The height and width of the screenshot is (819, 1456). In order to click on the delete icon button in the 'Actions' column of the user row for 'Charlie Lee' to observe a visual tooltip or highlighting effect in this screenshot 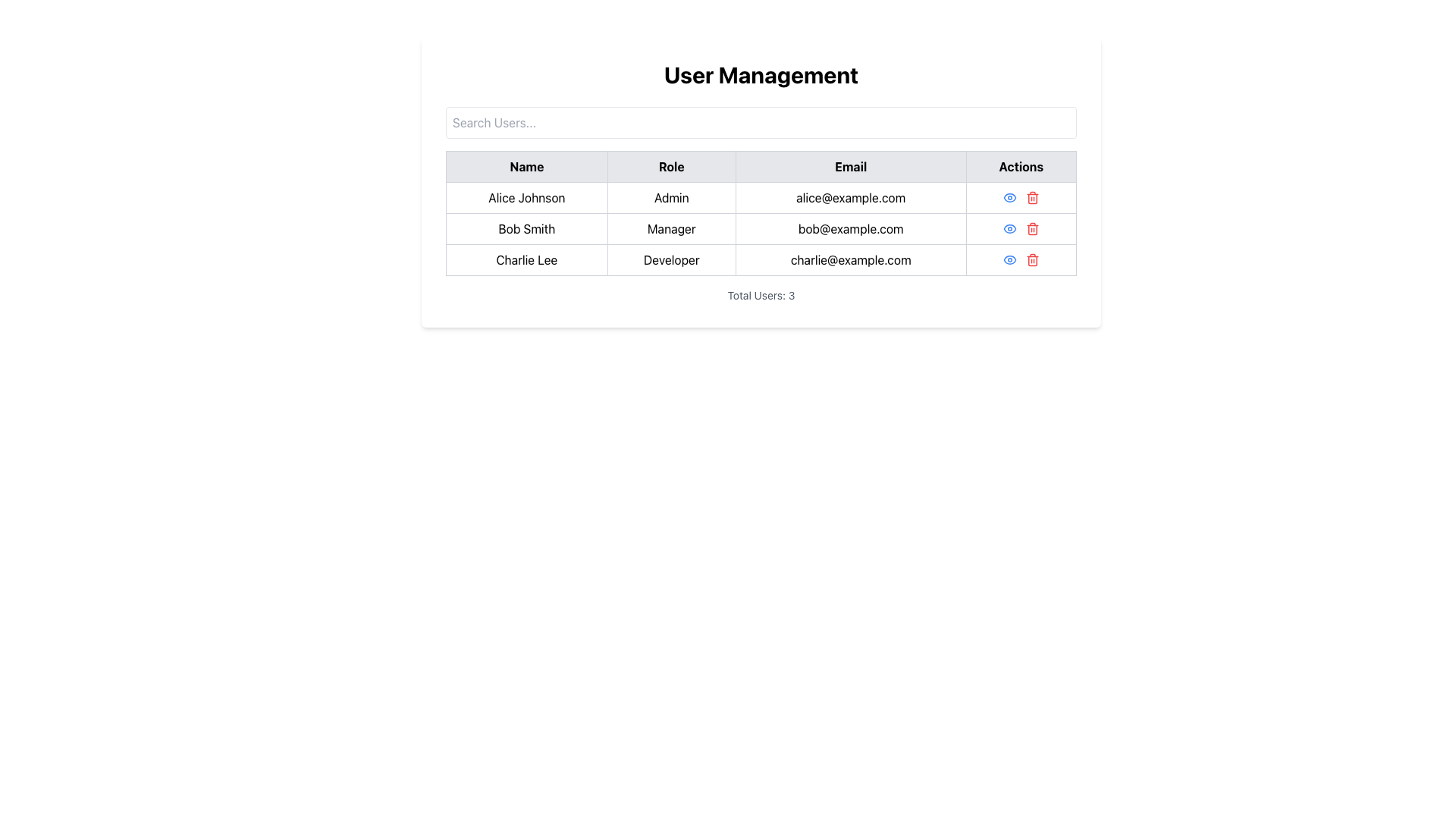, I will do `click(1031, 259)`.